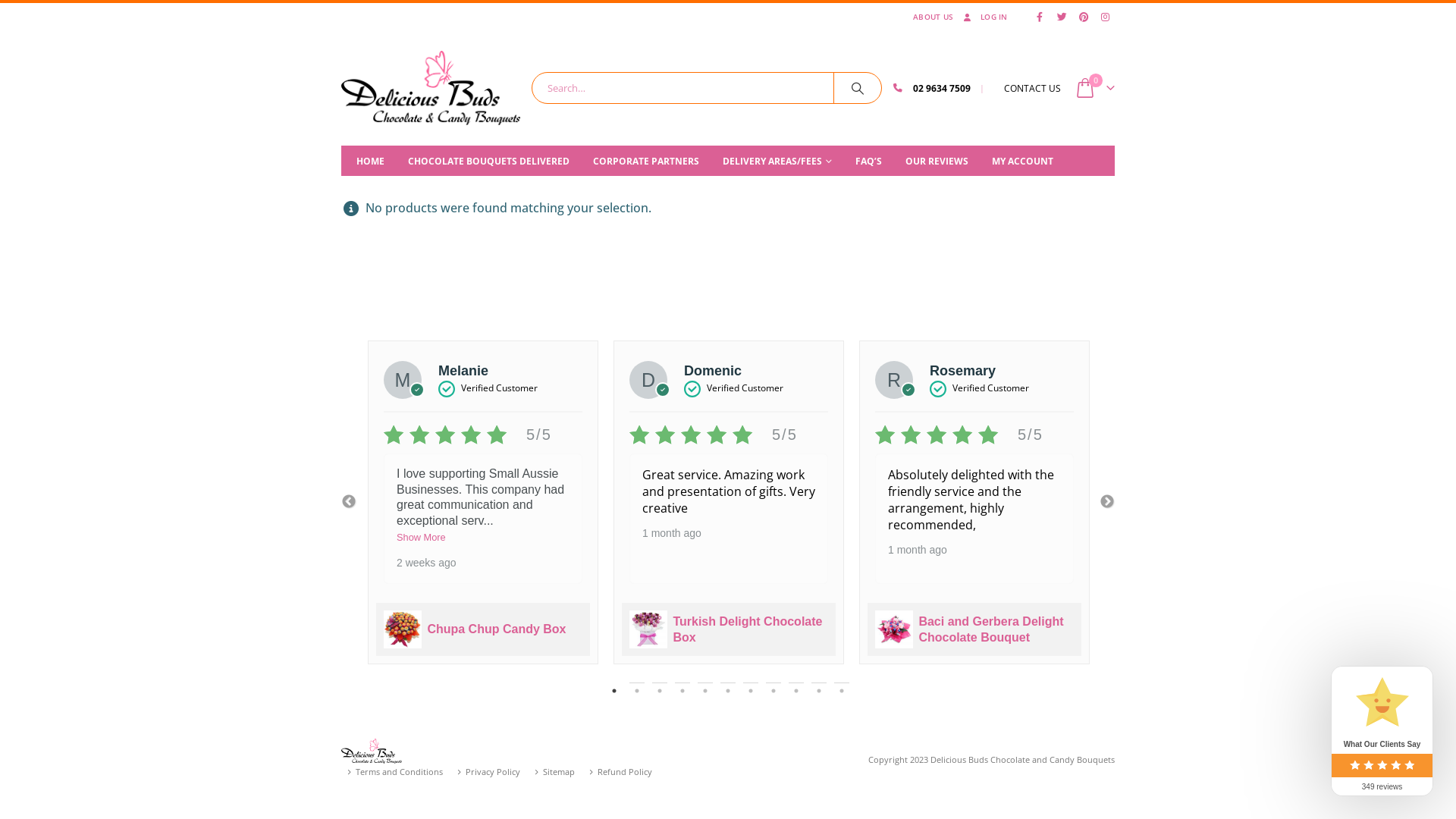 The width and height of the screenshot is (1456, 819). I want to click on 'Refund Policy', so click(625, 771).